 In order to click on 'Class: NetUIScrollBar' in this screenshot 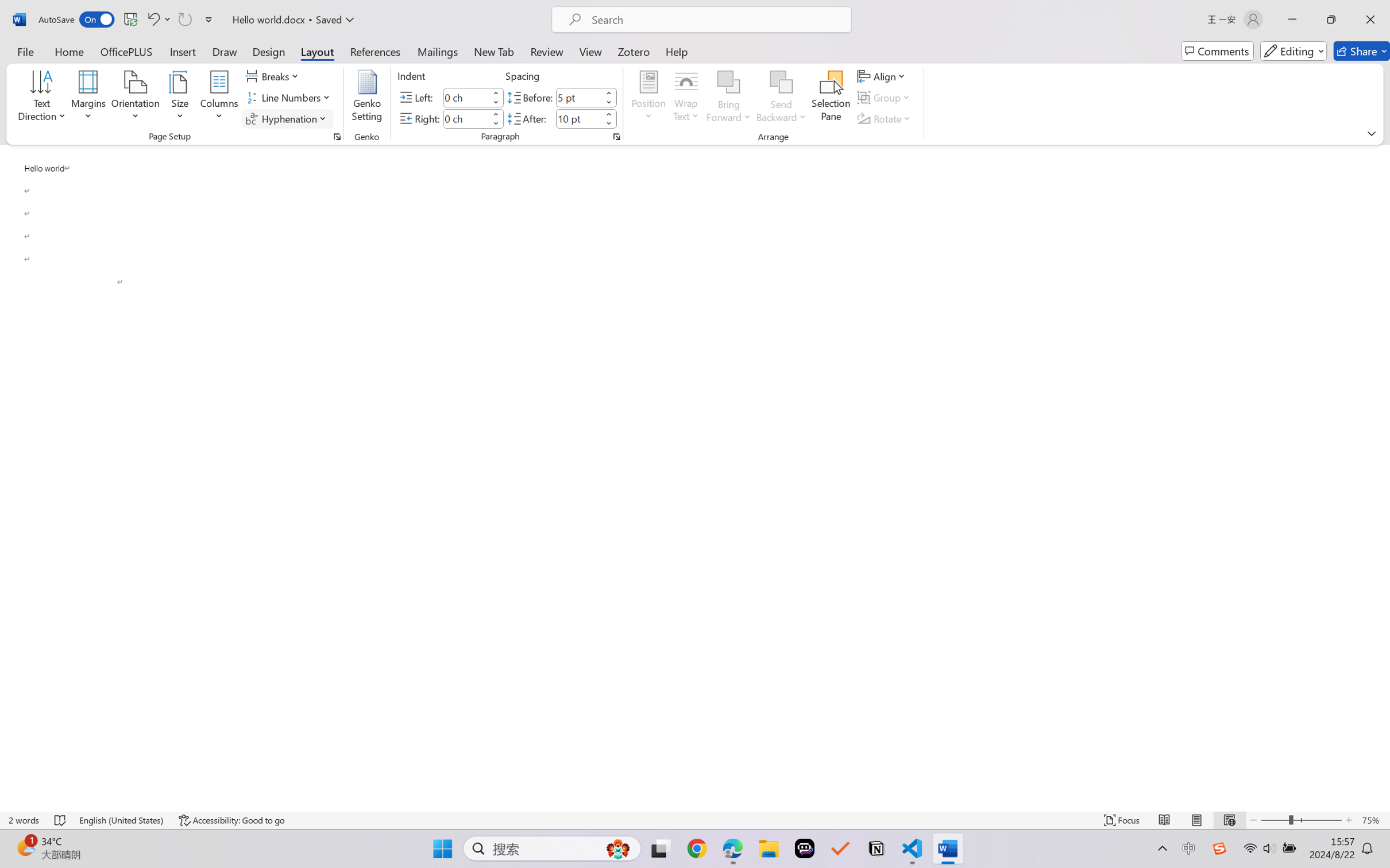, I will do `click(1383, 477)`.